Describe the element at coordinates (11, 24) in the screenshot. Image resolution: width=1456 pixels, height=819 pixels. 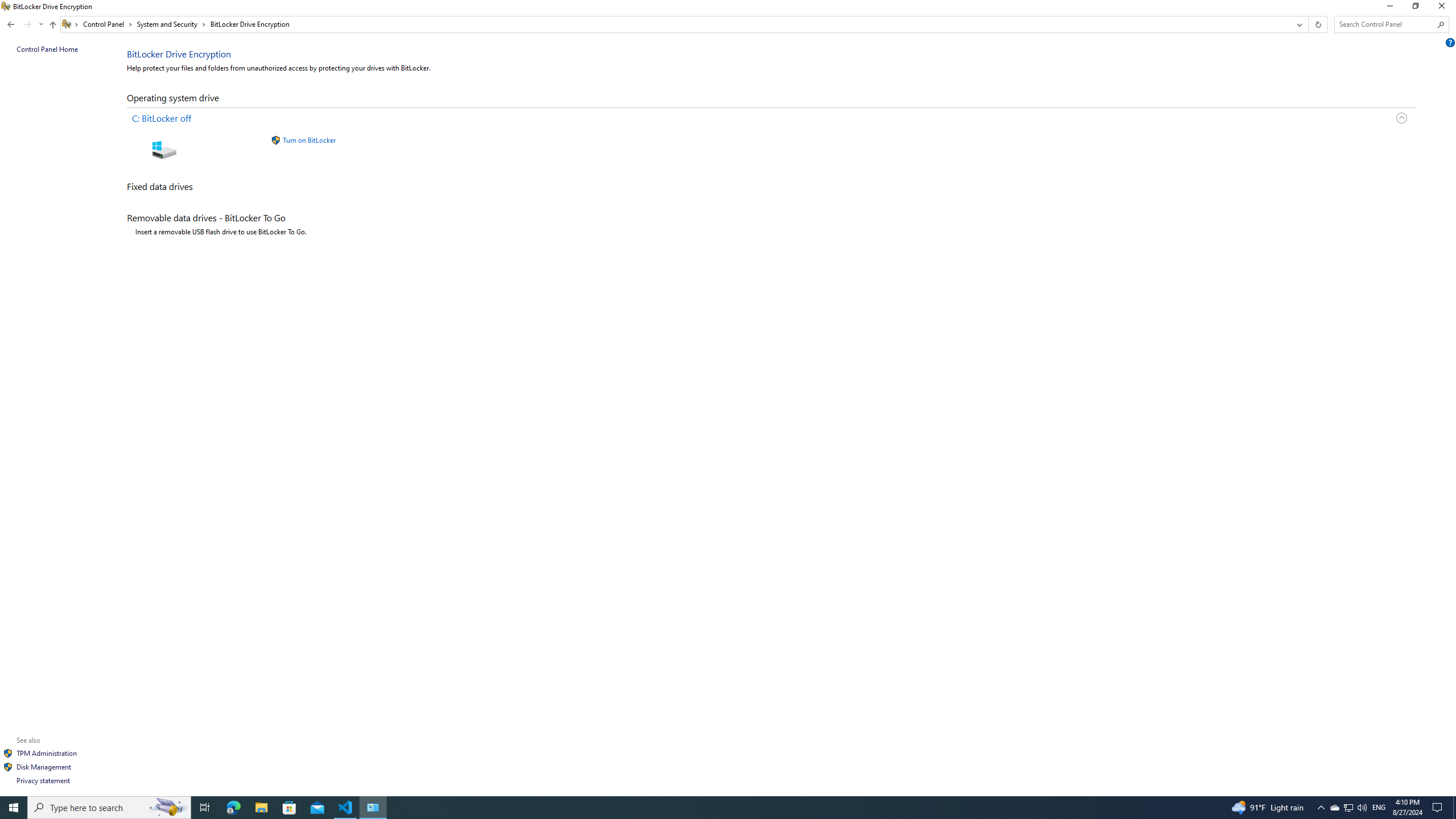
I see `'Back to System and Security (Alt + Left Arrow)'` at that location.